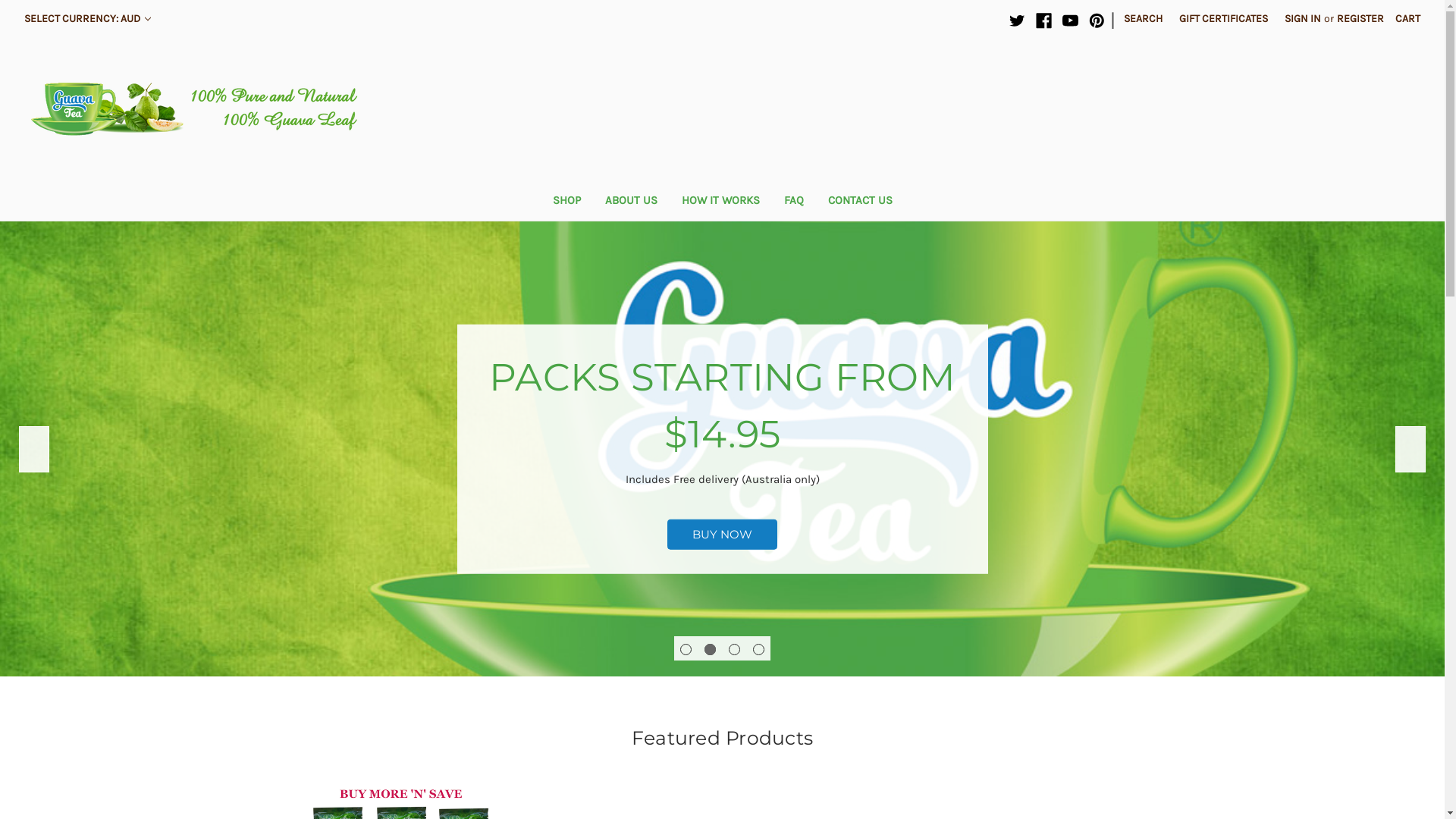 The height and width of the screenshot is (819, 1456). What do you see at coordinates (709, 648) in the screenshot?
I see `'2'` at bounding box center [709, 648].